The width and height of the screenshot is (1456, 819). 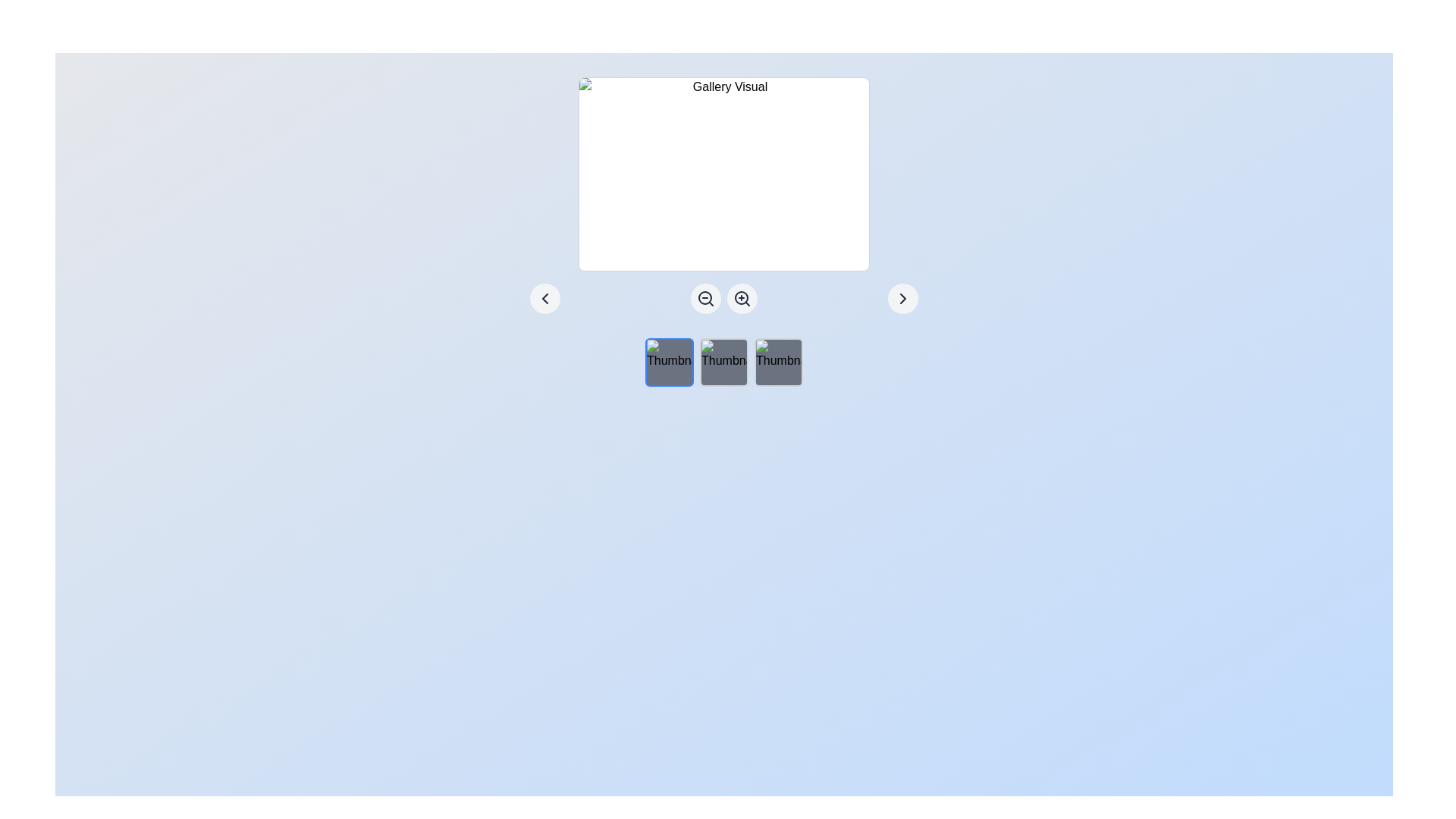 I want to click on the second interactive thumbnail in the gallery interface, so click(x=723, y=362).